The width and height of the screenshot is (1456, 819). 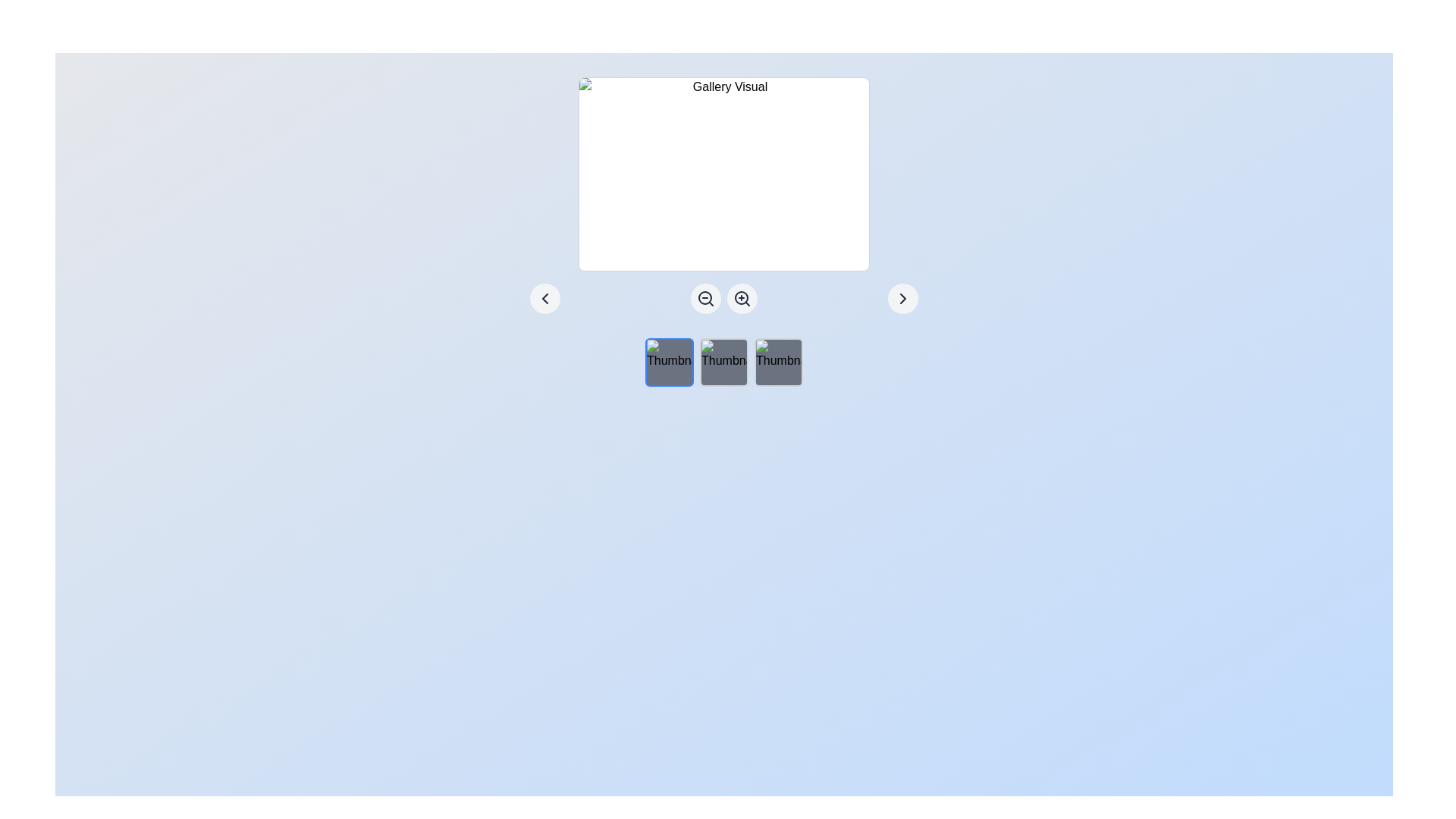 I want to click on the second interactive thumbnail in the gallery interface, so click(x=723, y=362).